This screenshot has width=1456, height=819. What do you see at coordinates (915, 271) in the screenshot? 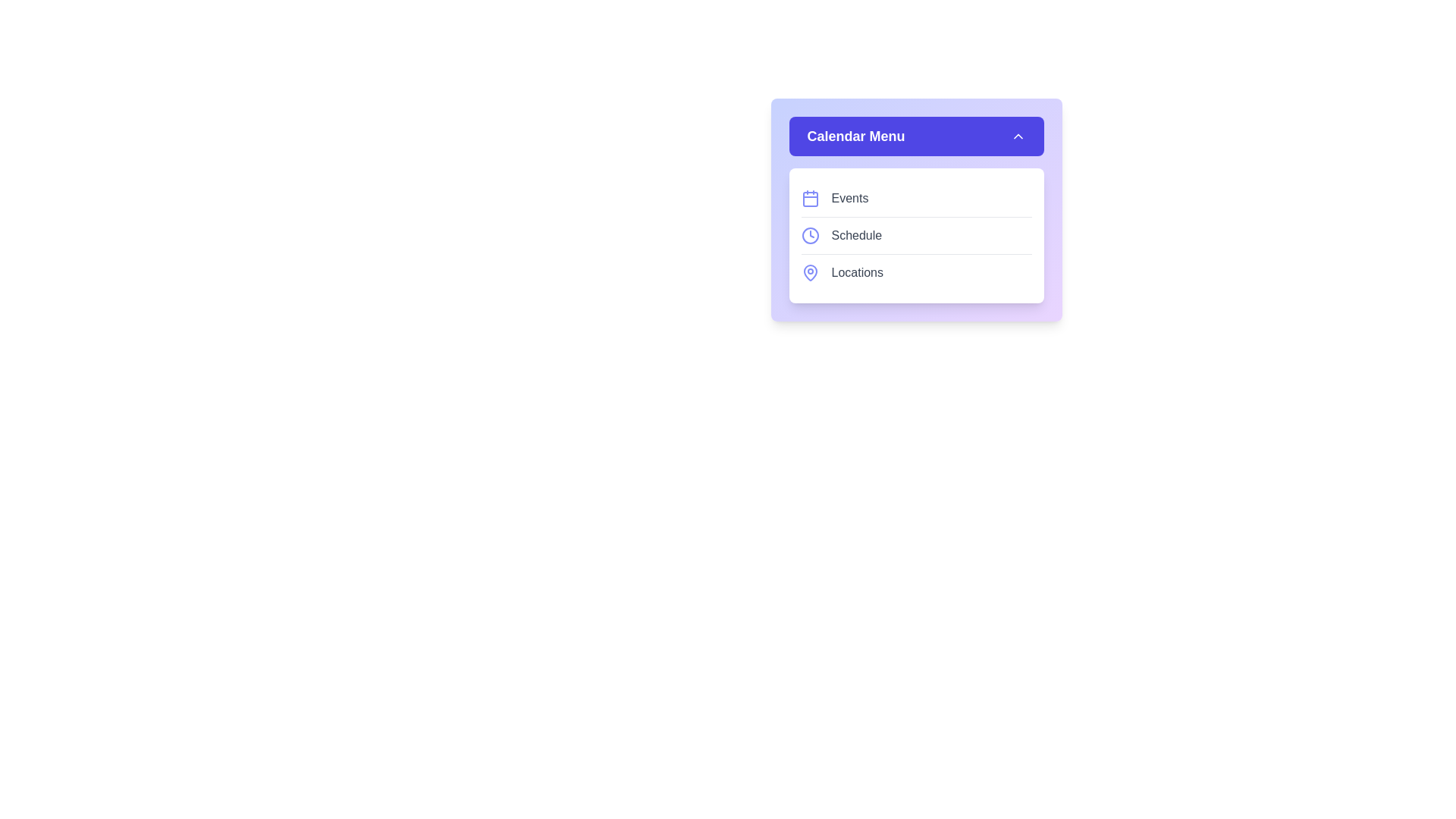
I see `the menu item Locations` at bounding box center [915, 271].